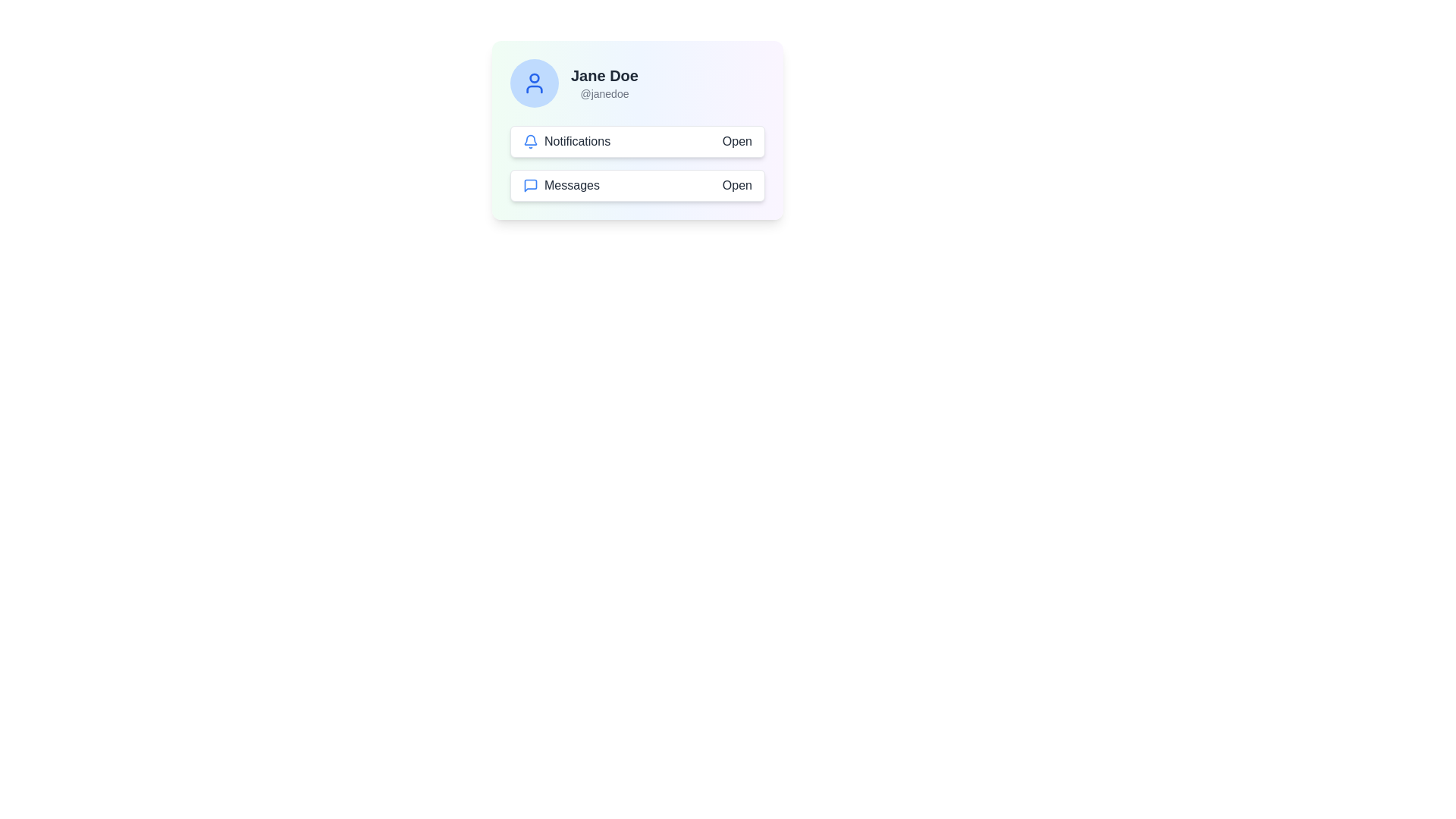 The width and height of the screenshot is (1456, 819). Describe the element at coordinates (531, 185) in the screenshot. I see `the speech bubble icon with a blue outline located next to the 'Messages' label in the second row of the menu under the user name 'Jane Doe'` at that location.